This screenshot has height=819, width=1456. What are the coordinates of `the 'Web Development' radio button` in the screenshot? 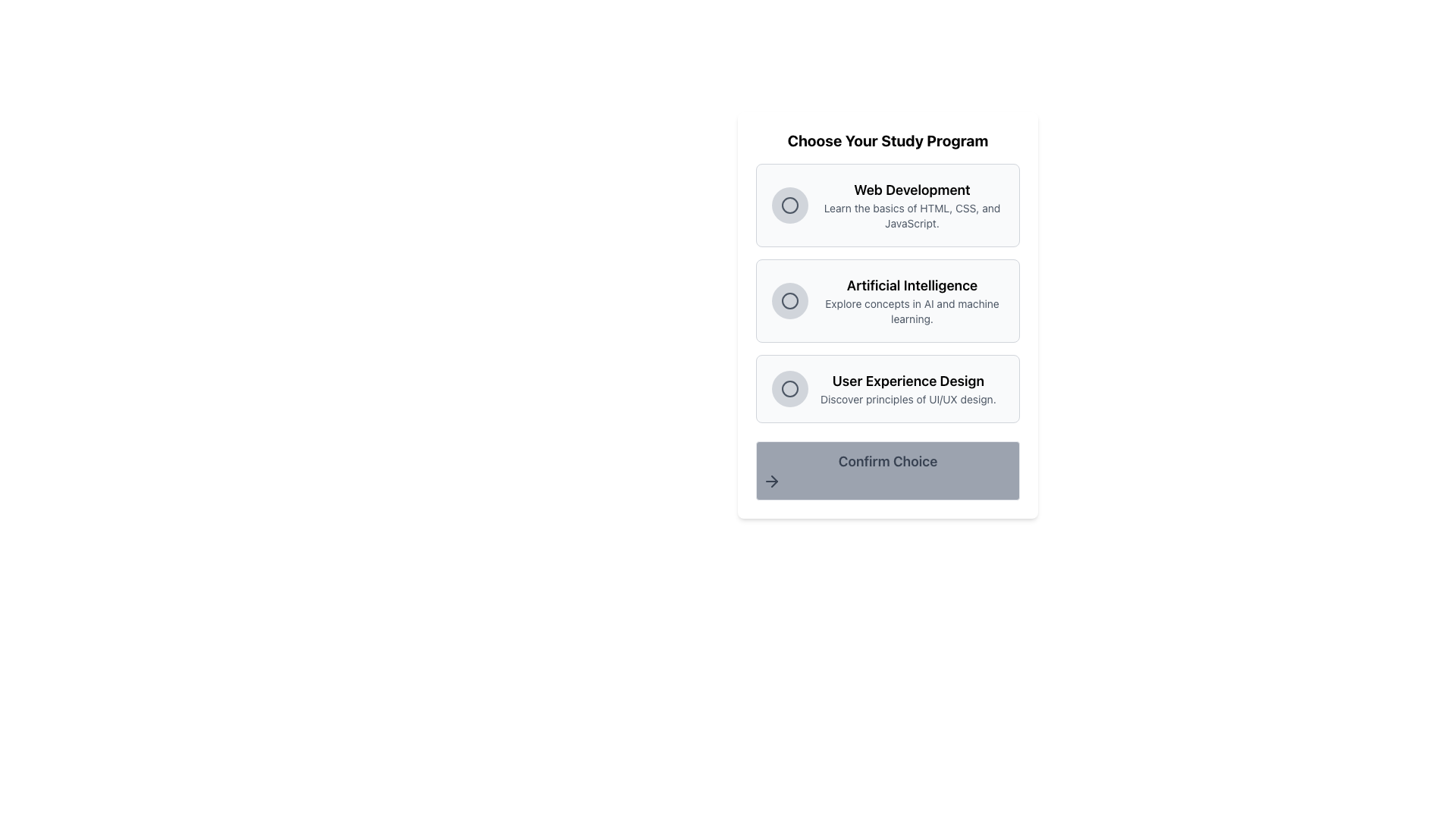 It's located at (789, 205).